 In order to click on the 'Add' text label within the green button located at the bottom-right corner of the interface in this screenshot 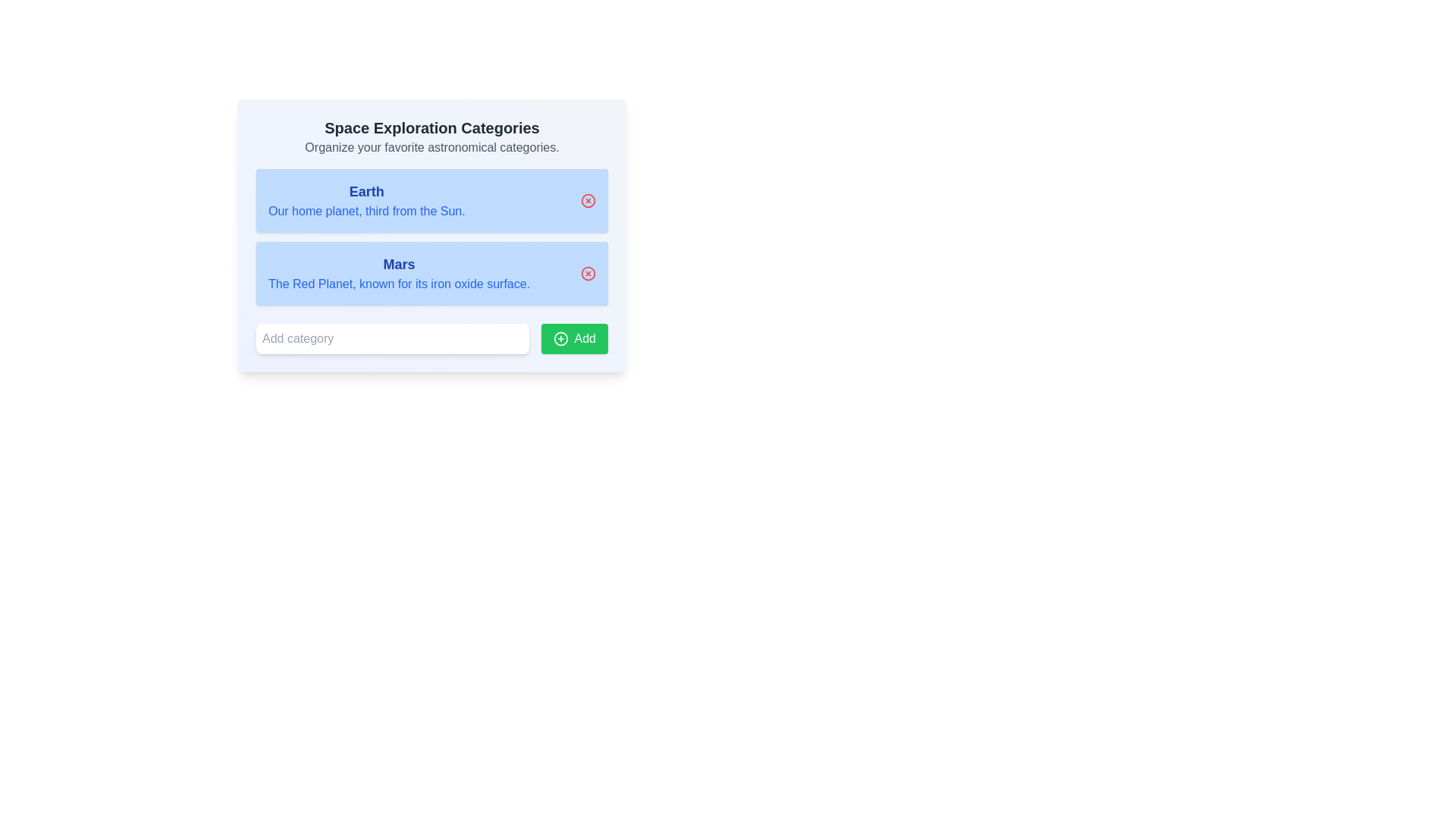, I will do `click(584, 338)`.